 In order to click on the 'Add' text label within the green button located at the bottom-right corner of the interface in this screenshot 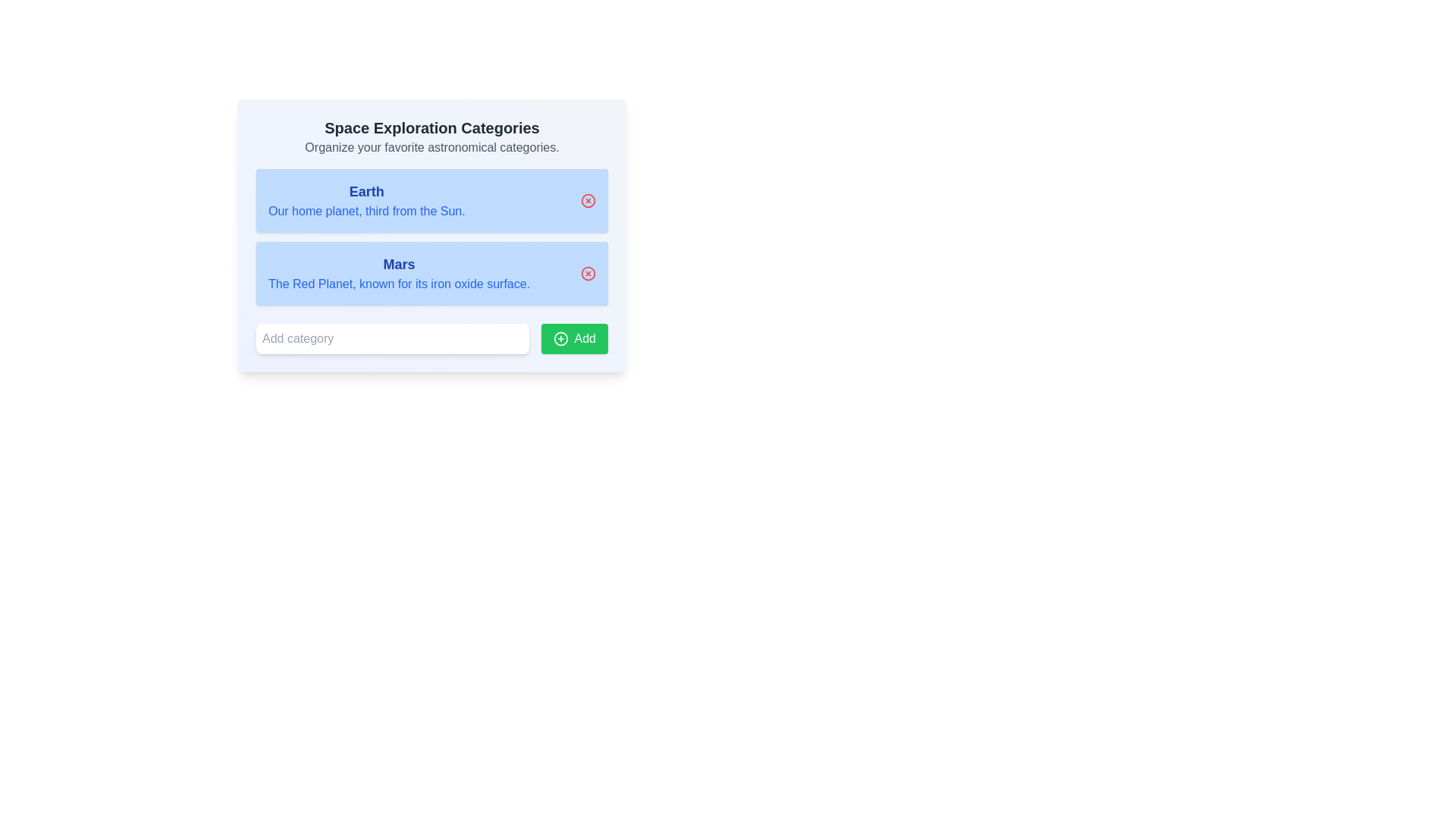, I will do `click(584, 338)`.